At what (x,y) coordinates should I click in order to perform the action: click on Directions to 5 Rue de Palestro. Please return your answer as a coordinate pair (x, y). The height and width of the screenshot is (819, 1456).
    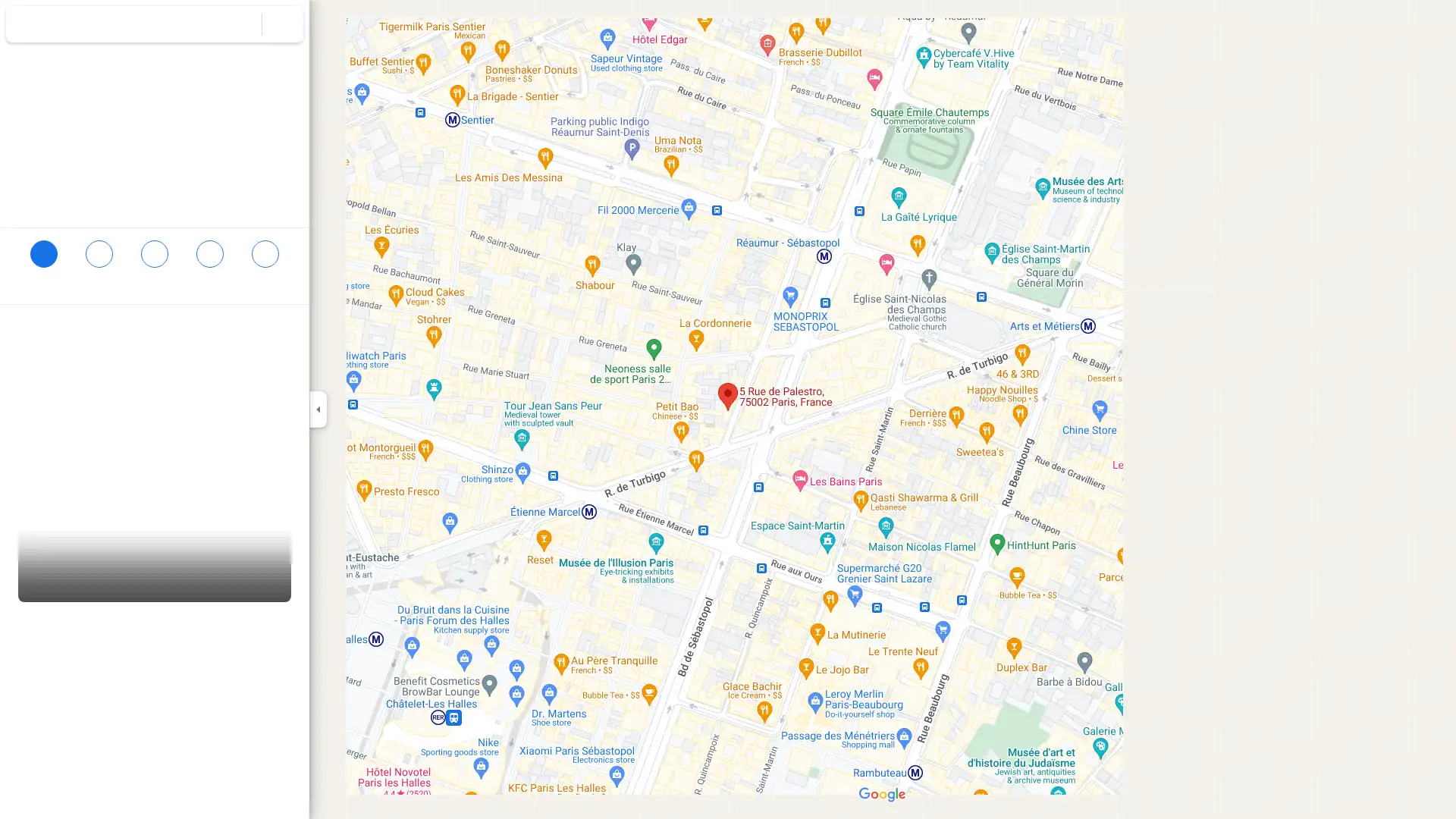
    Looking at the image, I should click on (43, 259).